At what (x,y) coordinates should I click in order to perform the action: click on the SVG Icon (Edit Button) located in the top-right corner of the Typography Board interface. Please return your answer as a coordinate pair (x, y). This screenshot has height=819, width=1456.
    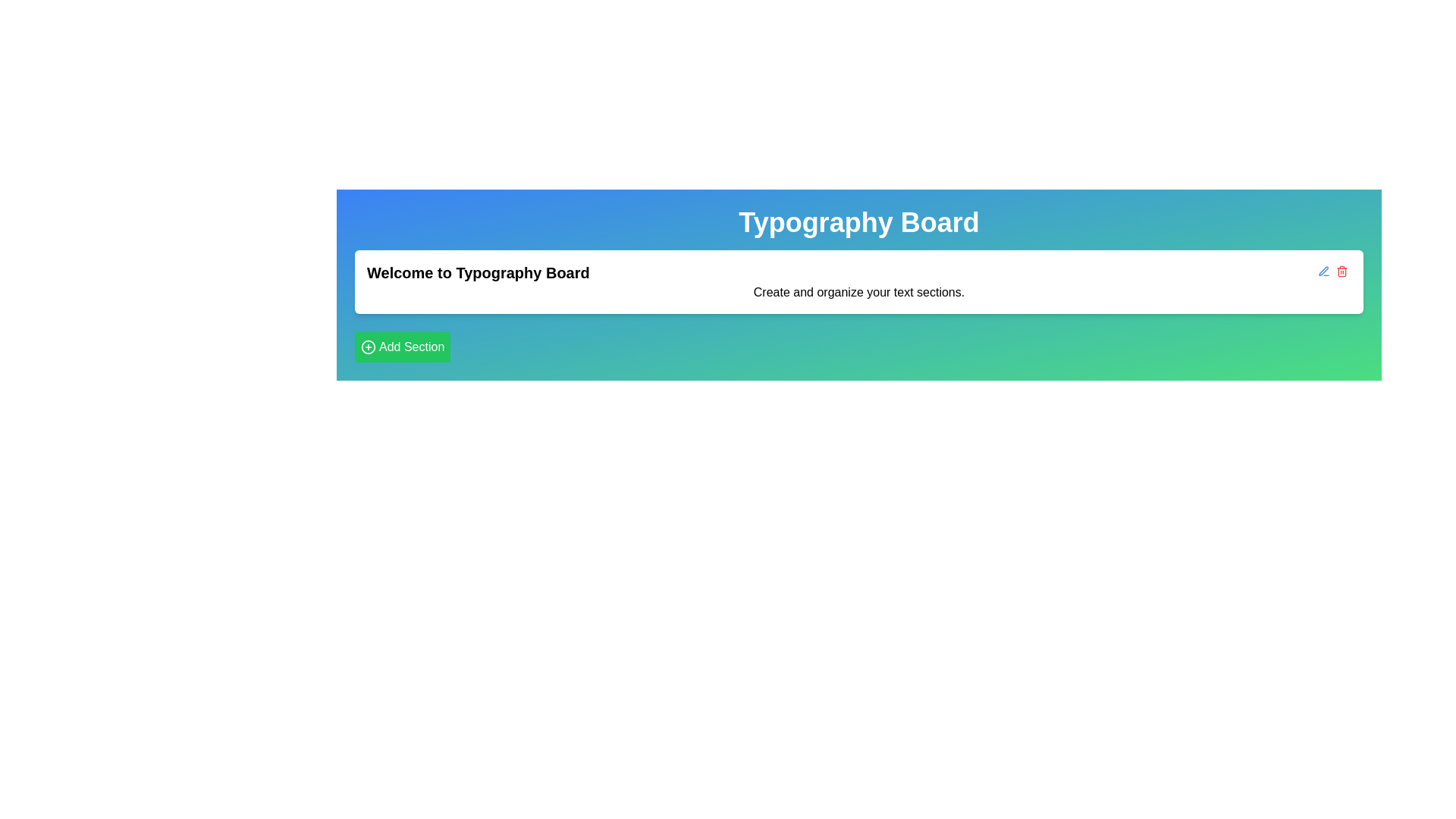
    Looking at the image, I should click on (1323, 271).